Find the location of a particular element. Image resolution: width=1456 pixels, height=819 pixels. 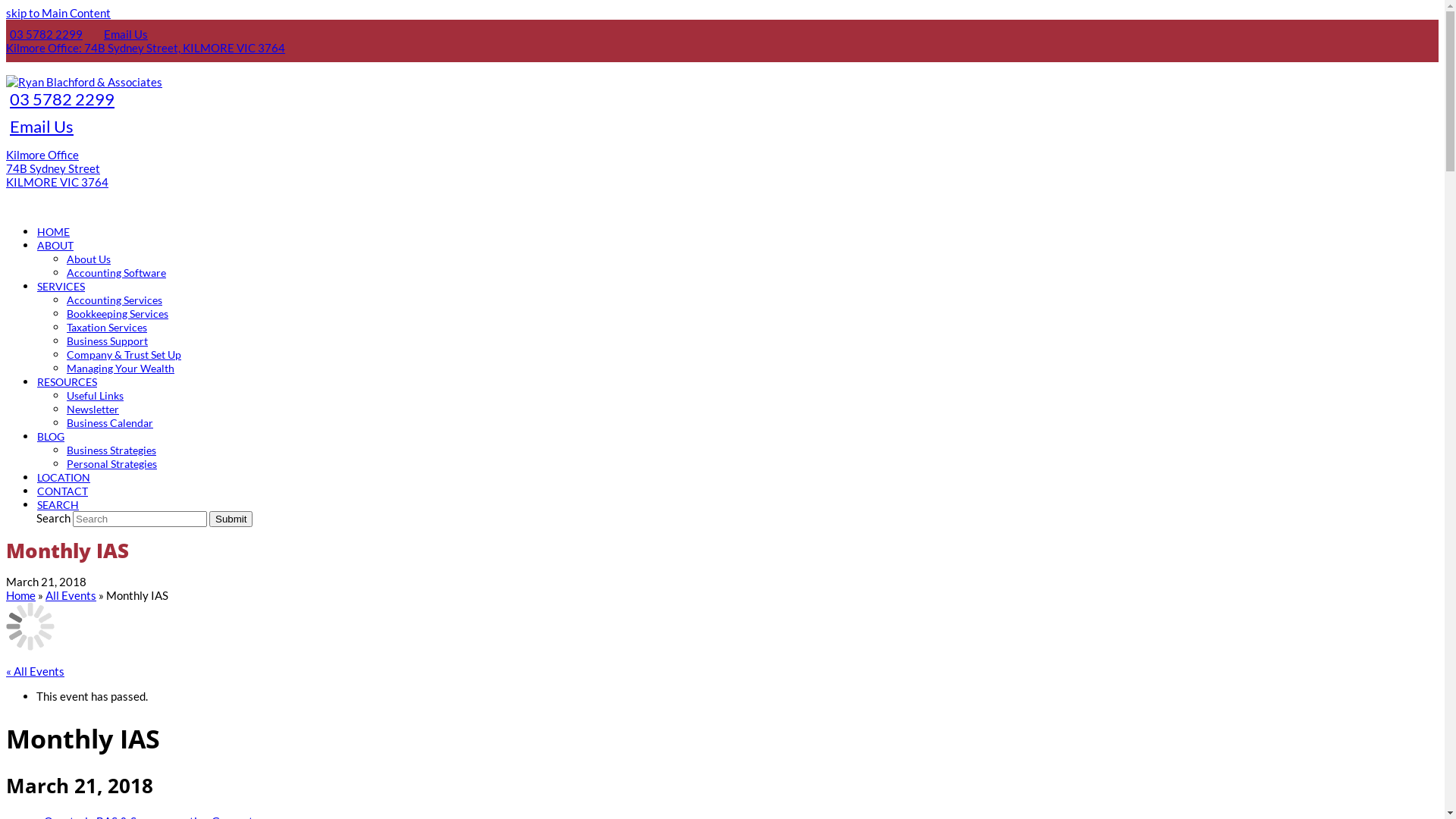

'Business Calendar' is located at coordinates (108, 422).